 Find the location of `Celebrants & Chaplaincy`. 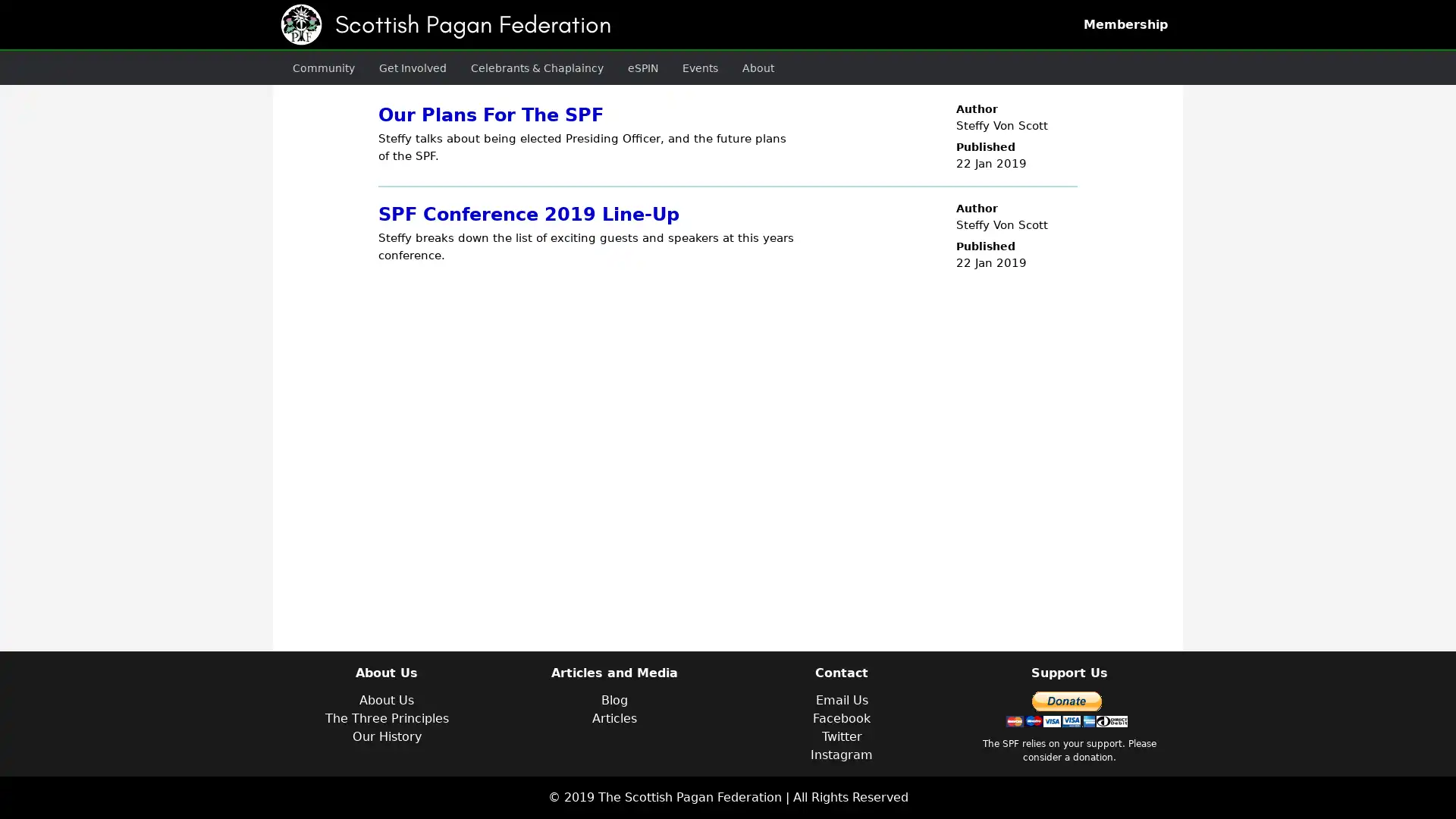

Celebrants & Chaplaincy is located at coordinates (516, 67).